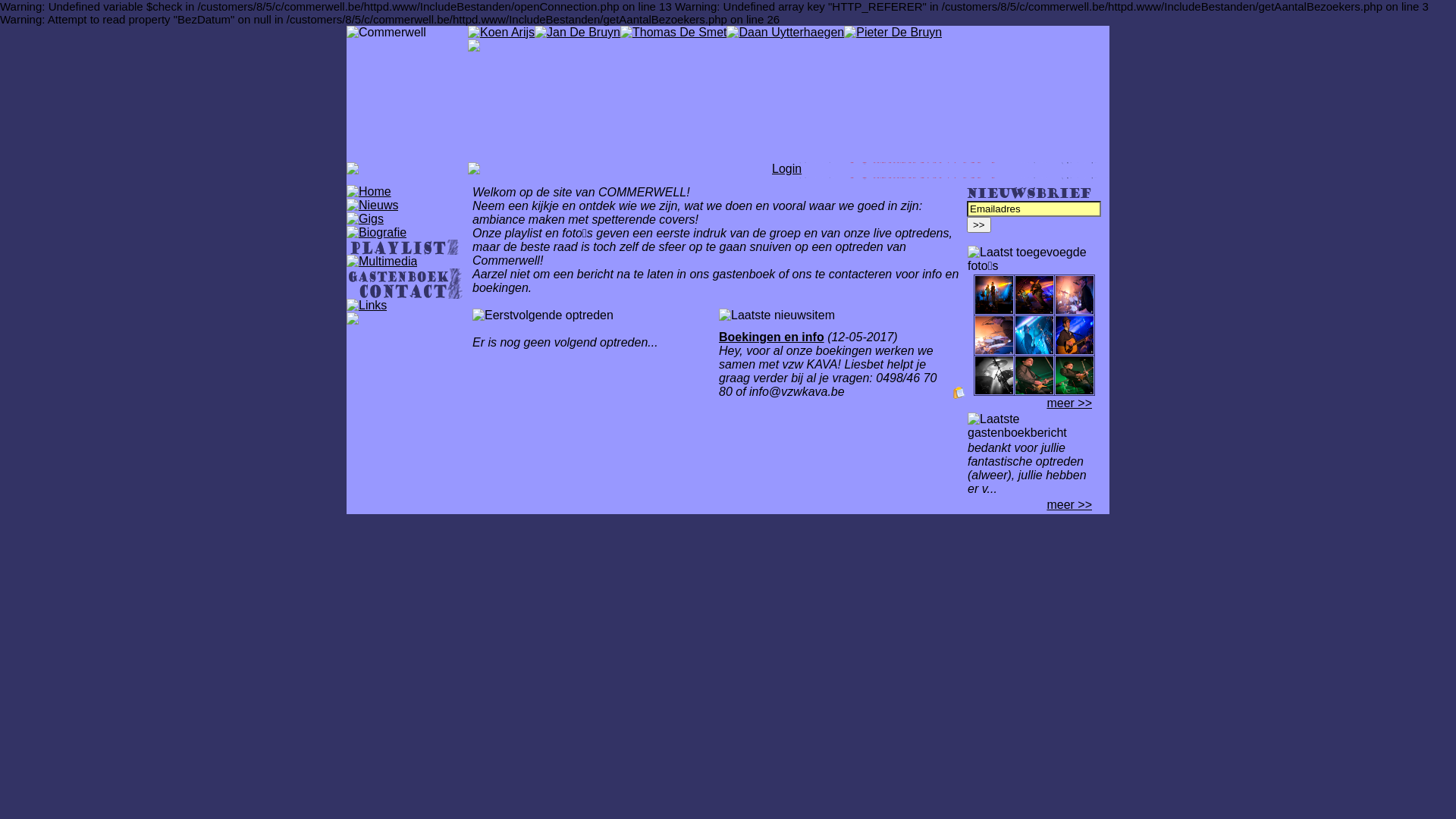  Describe the element at coordinates (979, 224) in the screenshot. I see `'>>'` at that location.